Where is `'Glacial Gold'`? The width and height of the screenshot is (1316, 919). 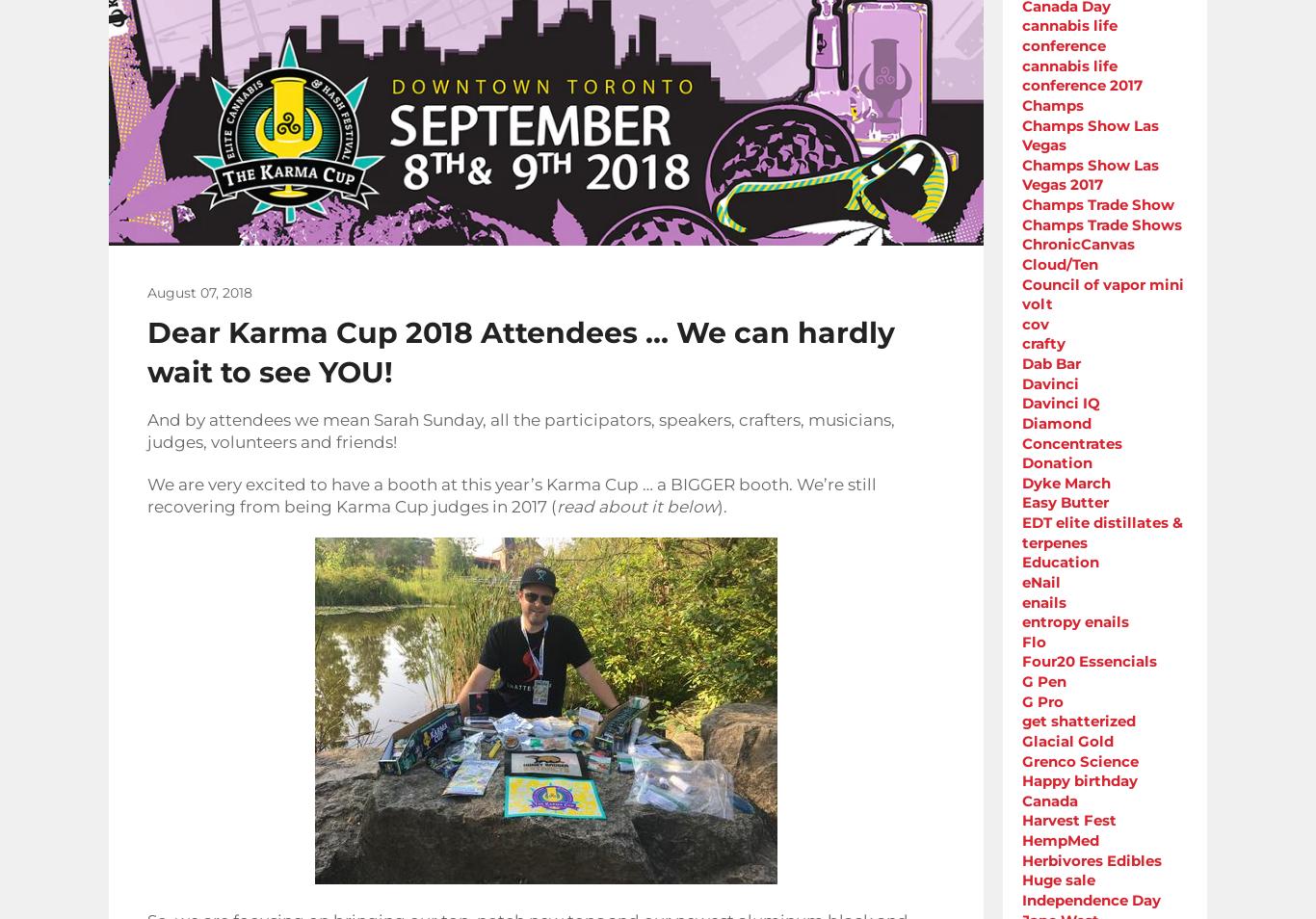
'Glacial Gold' is located at coordinates (1066, 740).